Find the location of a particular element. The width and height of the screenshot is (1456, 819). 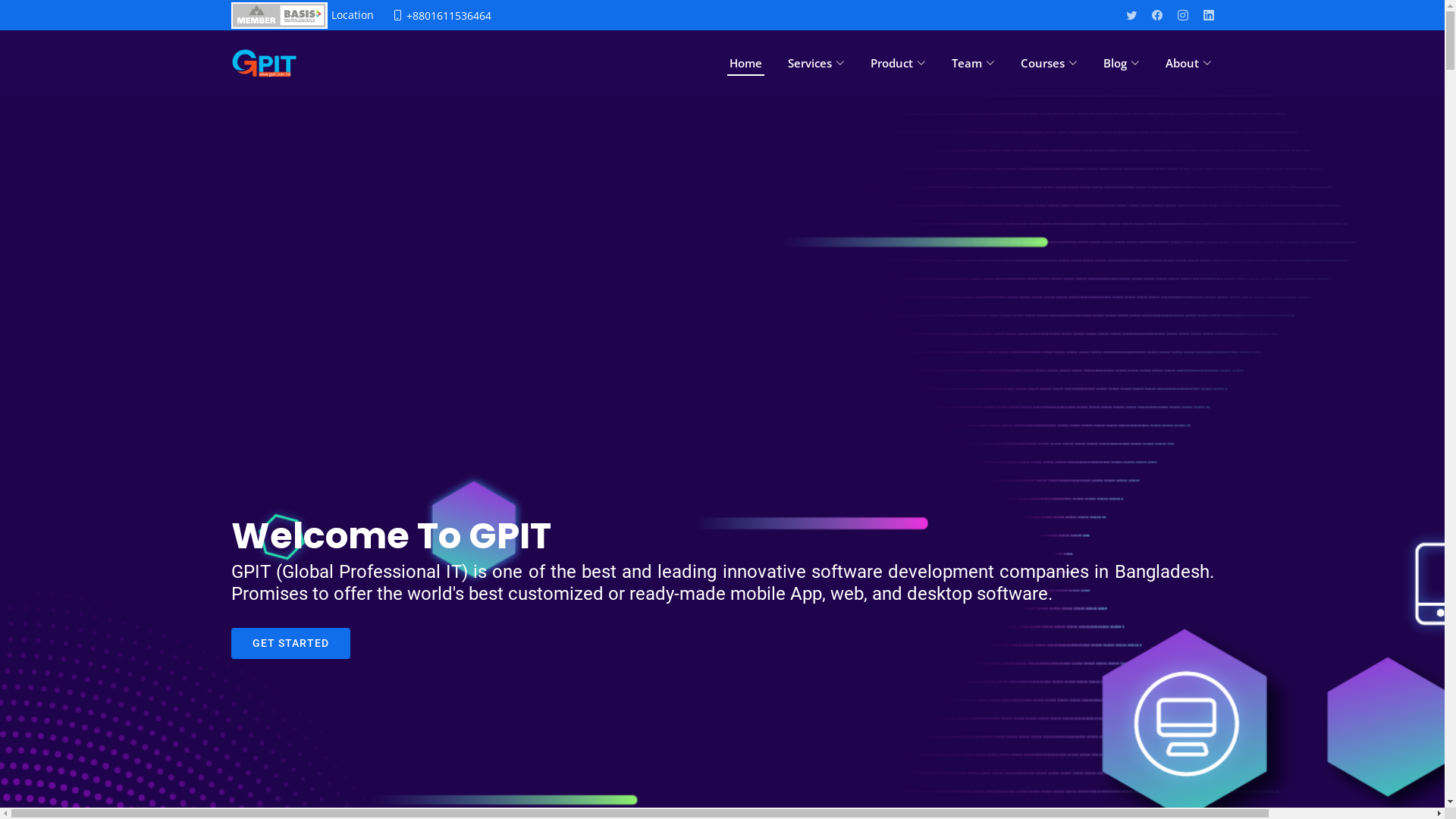

'Home' is located at coordinates (745, 62).